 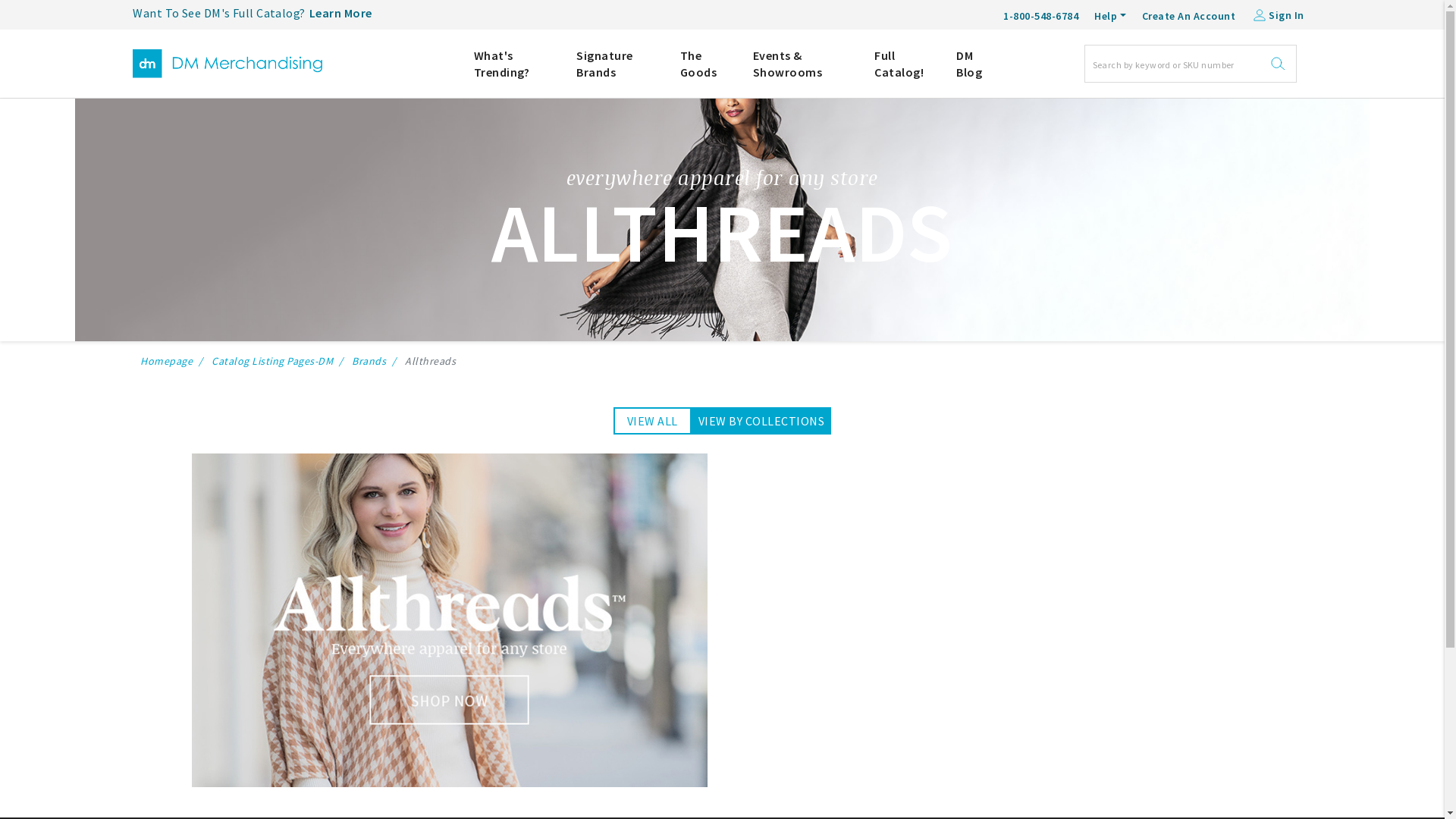 What do you see at coordinates (652, 421) in the screenshot?
I see `'VIEW ALL'` at bounding box center [652, 421].